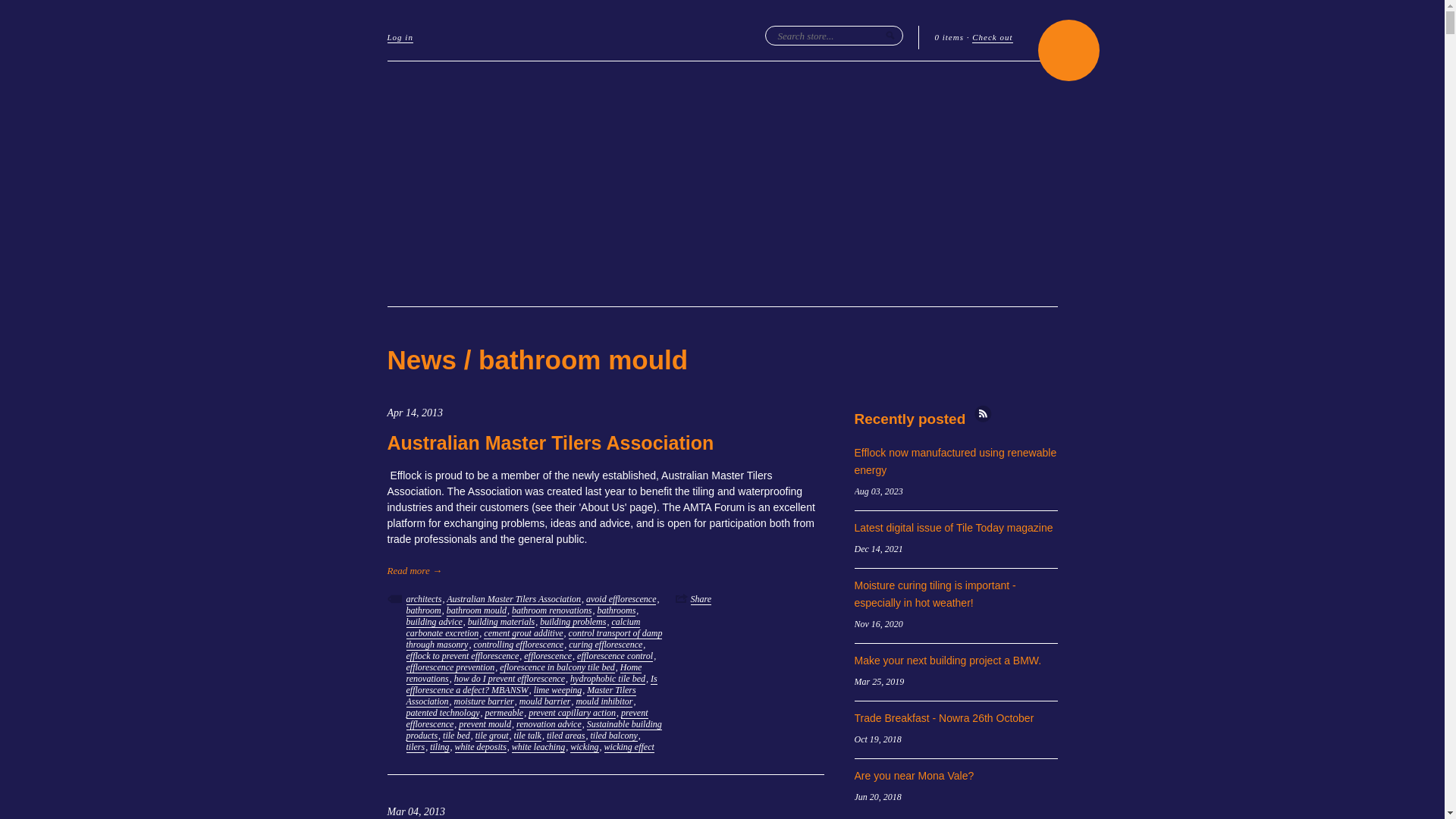  What do you see at coordinates (948, 36) in the screenshot?
I see `'0 items'` at bounding box center [948, 36].